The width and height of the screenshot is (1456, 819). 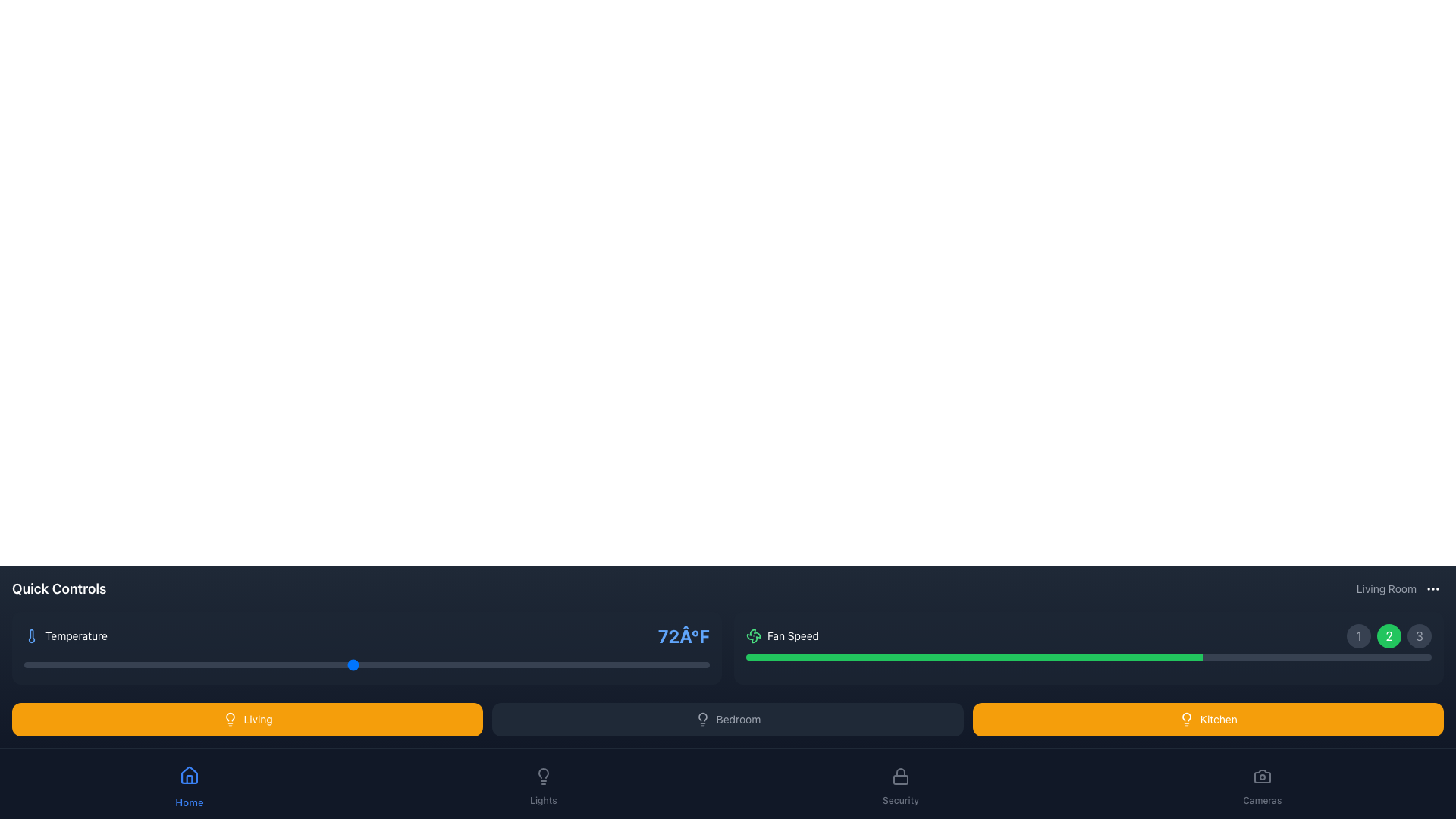 I want to click on the 'Cameras' icon located at the bottom-right of the interface, so click(x=1262, y=776).